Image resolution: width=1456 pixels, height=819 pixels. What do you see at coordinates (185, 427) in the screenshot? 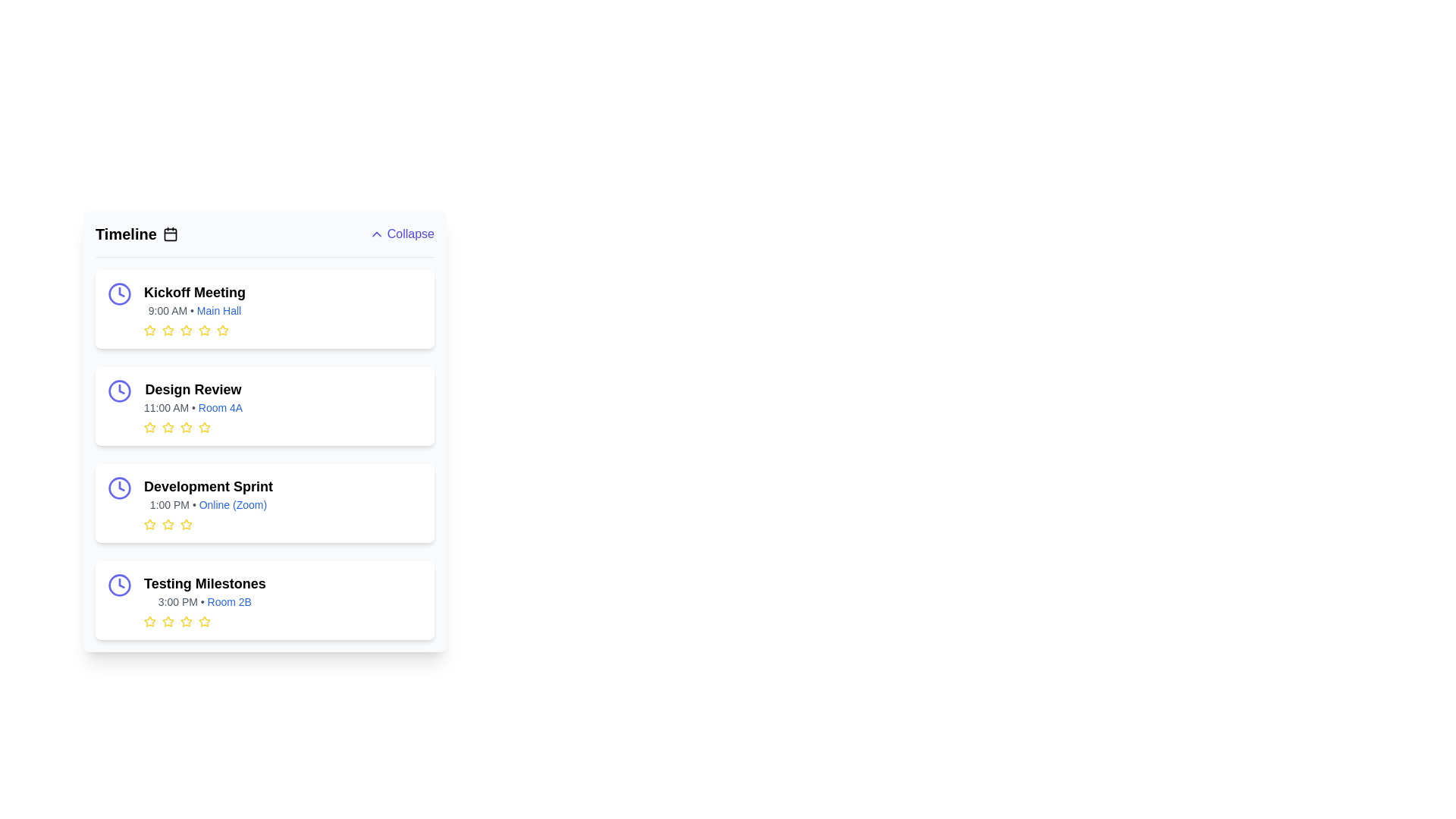
I see `the second star-shaped Rating Star Icon, which is styled in bright yellow and located beneath the 'Design Review' event description` at bounding box center [185, 427].